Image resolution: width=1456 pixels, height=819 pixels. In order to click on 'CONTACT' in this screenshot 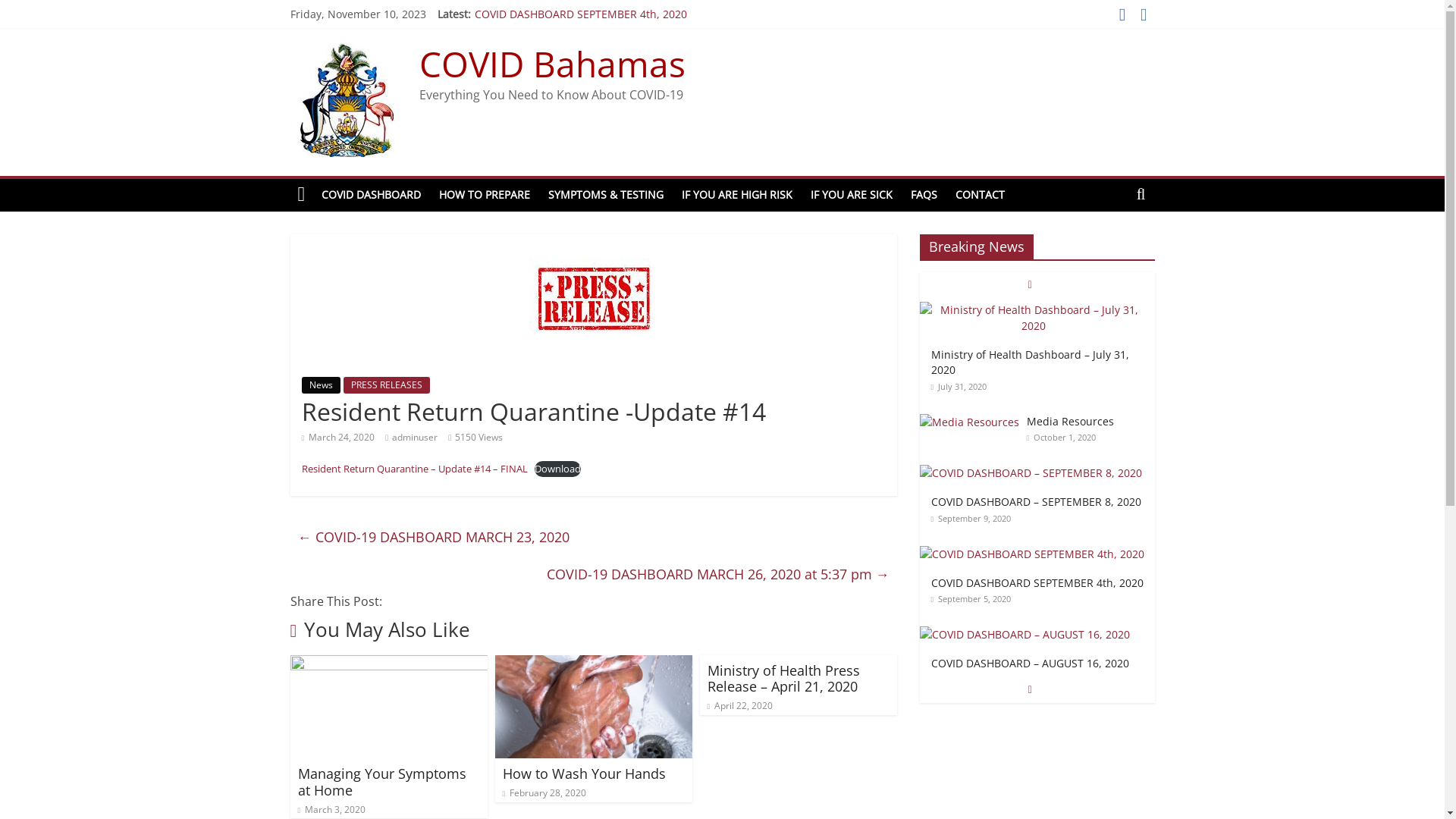, I will do `click(980, 194)`.